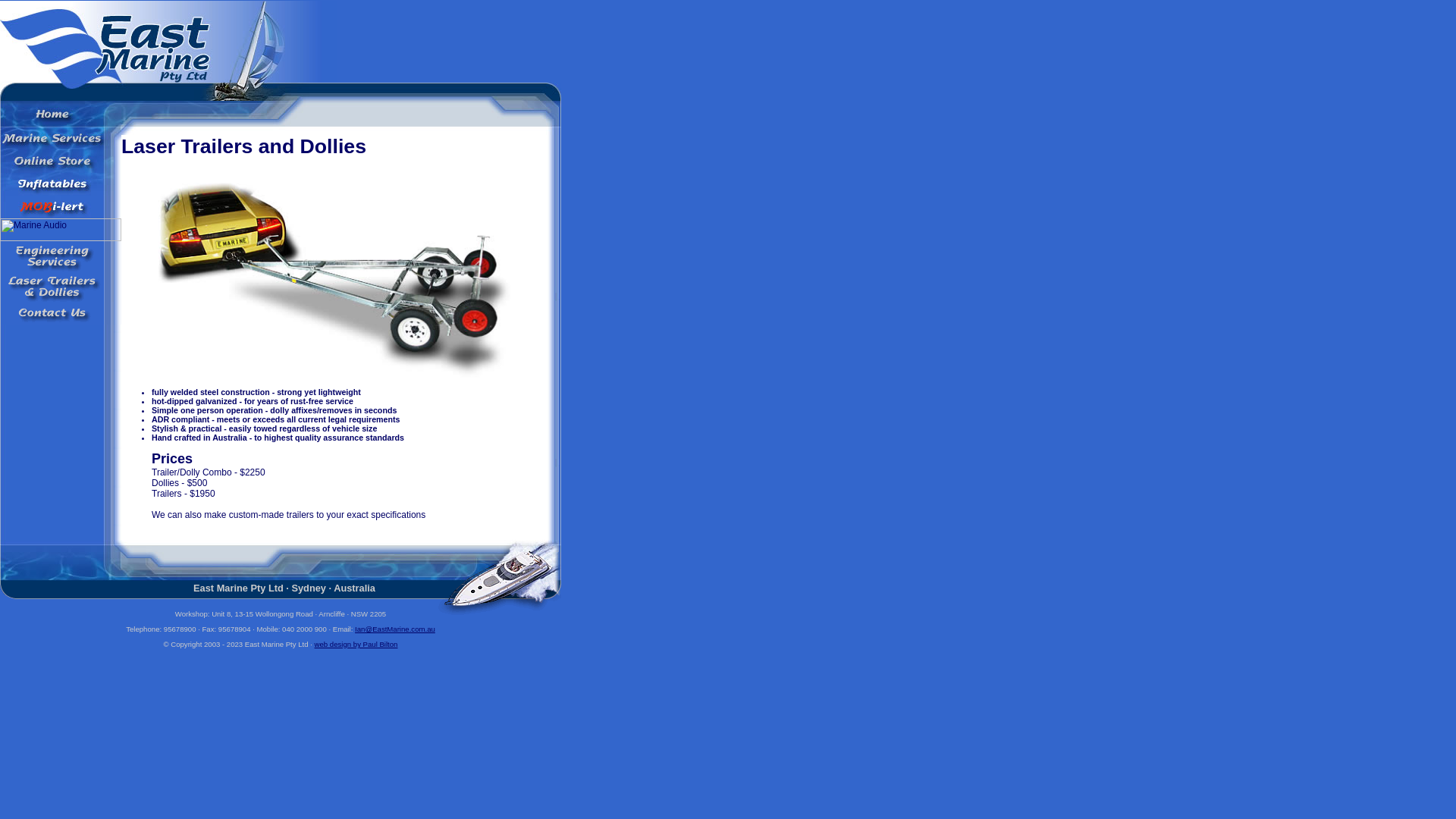 The width and height of the screenshot is (1456, 819). I want to click on 'Ian@EastMarine.com.au', so click(395, 629).